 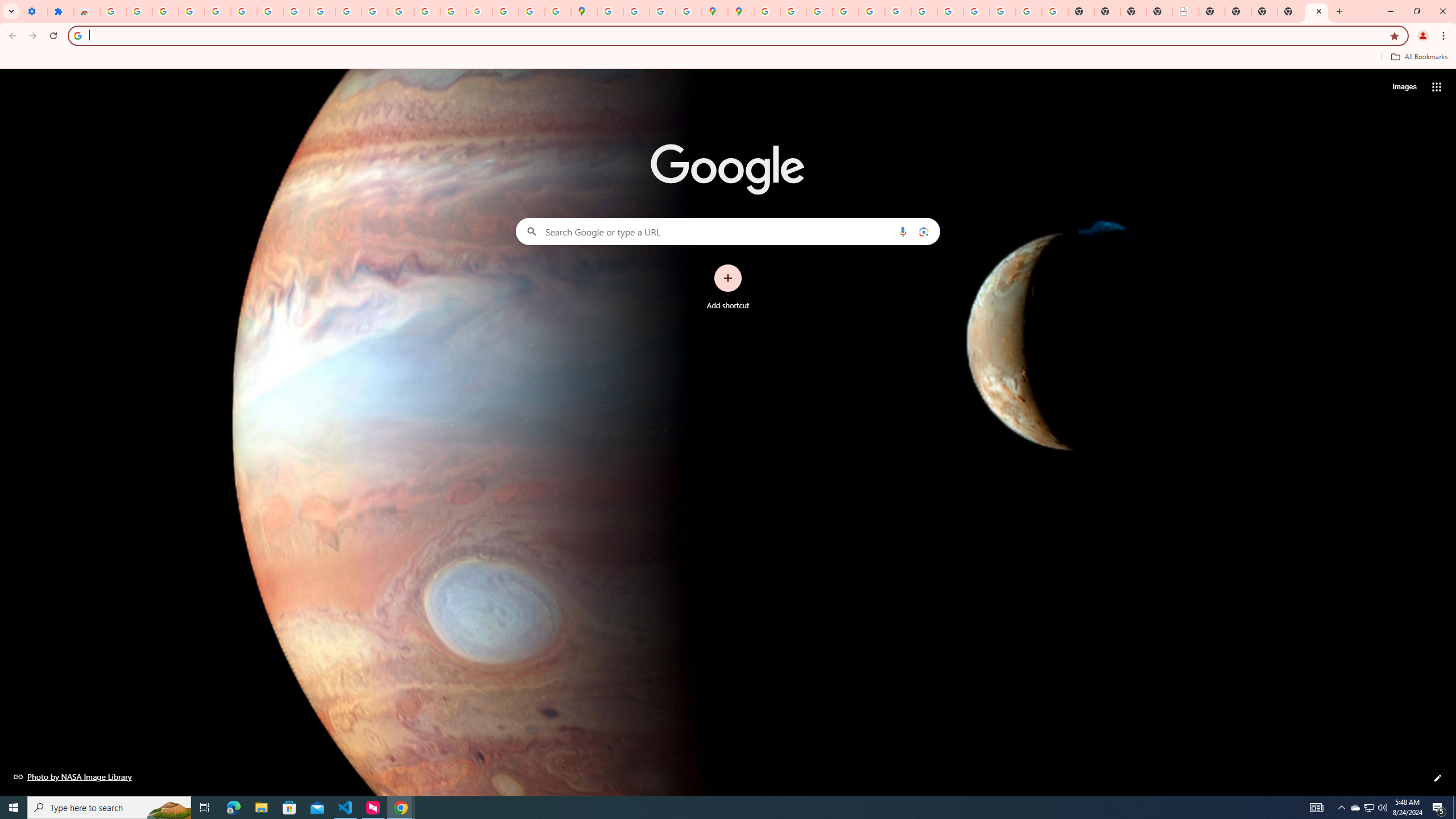 What do you see at coordinates (584, 11) in the screenshot?
I see `'Google Maps'` at bounding box center [584, 11].